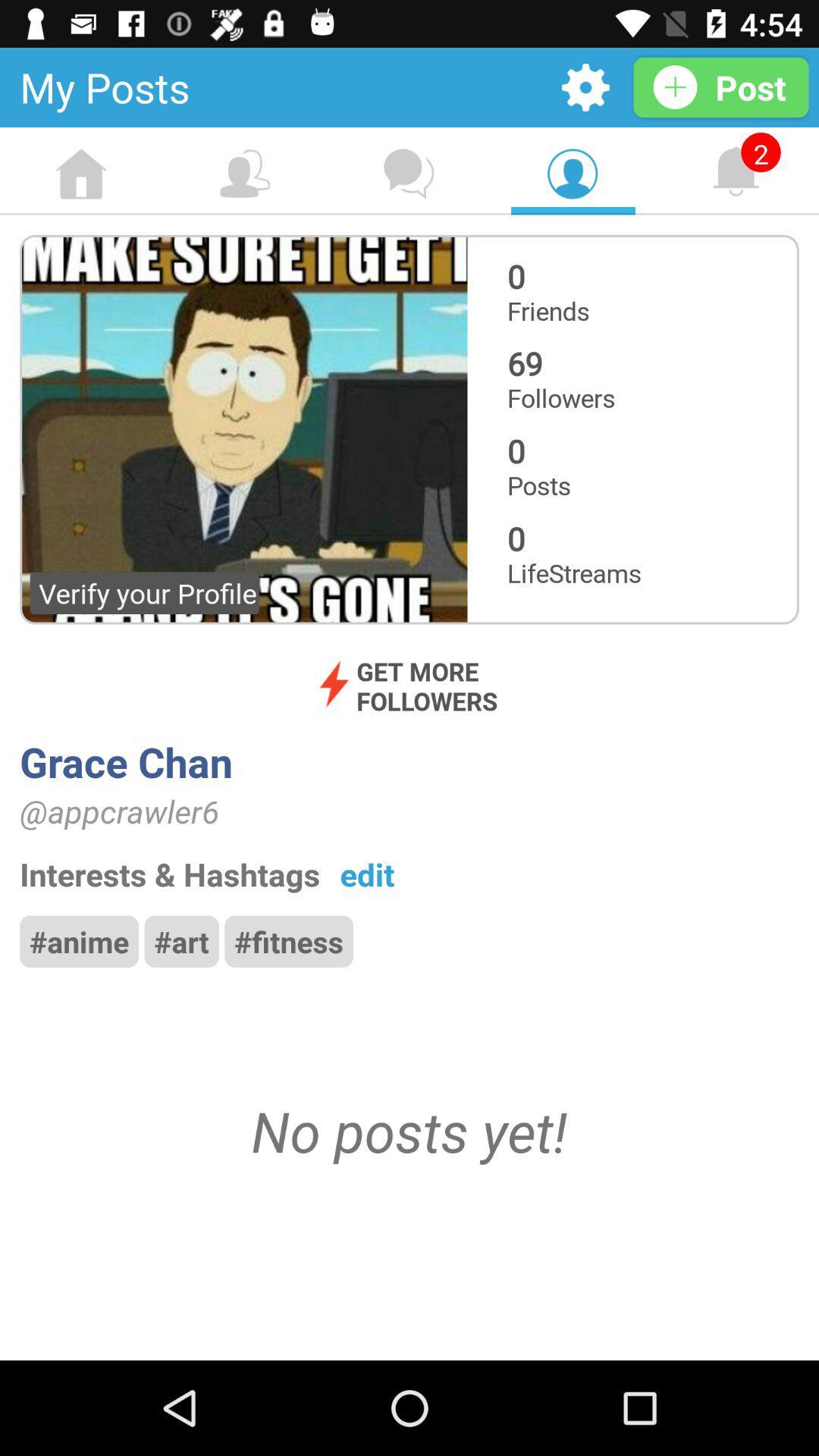 The width and height of the screenshot is (819, 1456). What do you see at coordinates (180, 940) in the screenshot?
I see `the item above no posts yet! item` at bounding box center [180, 940].